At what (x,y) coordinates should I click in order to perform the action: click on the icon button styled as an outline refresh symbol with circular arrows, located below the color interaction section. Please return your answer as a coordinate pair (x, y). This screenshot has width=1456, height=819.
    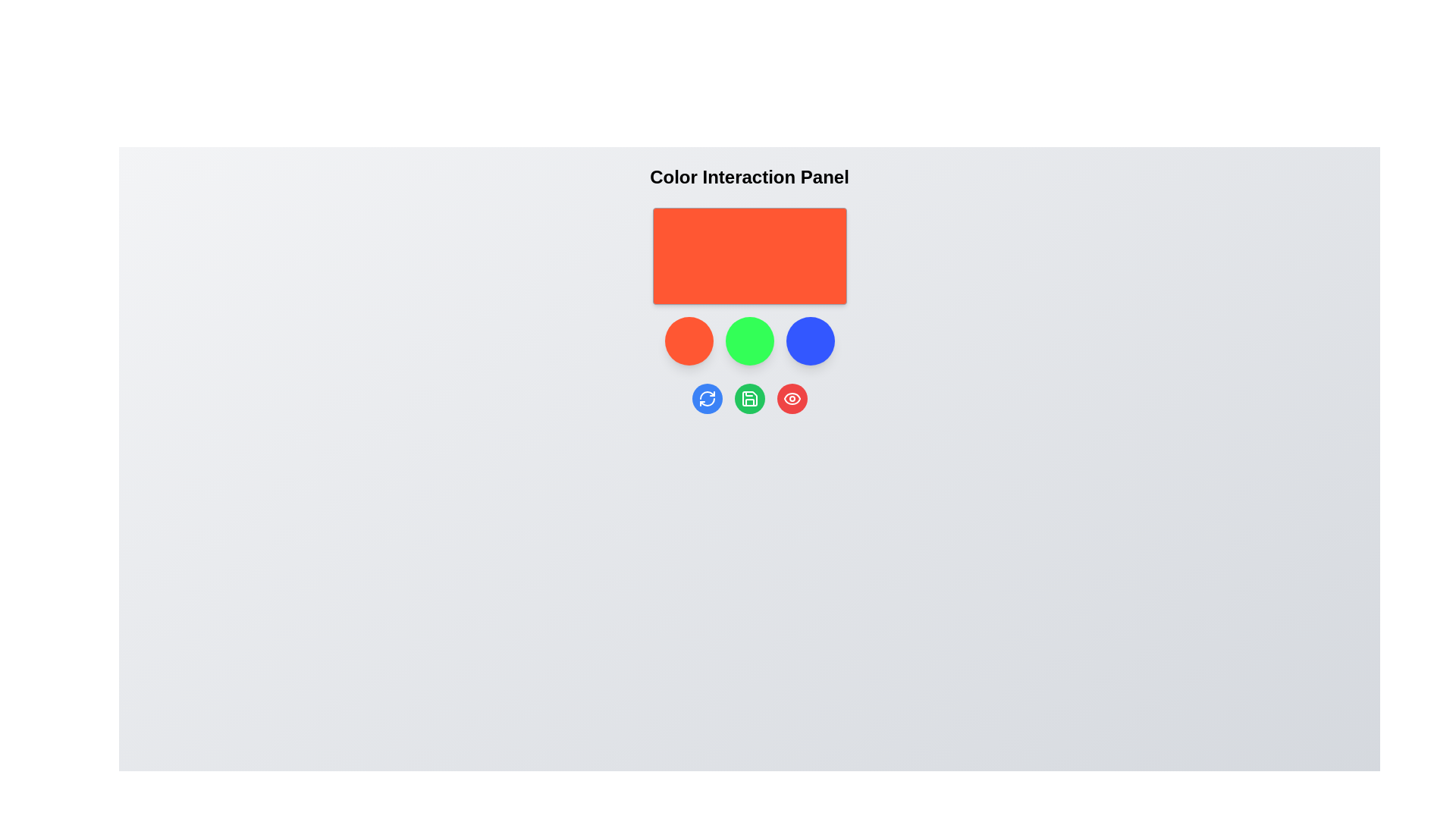
    Looking at the image, I should click on (706, 397).